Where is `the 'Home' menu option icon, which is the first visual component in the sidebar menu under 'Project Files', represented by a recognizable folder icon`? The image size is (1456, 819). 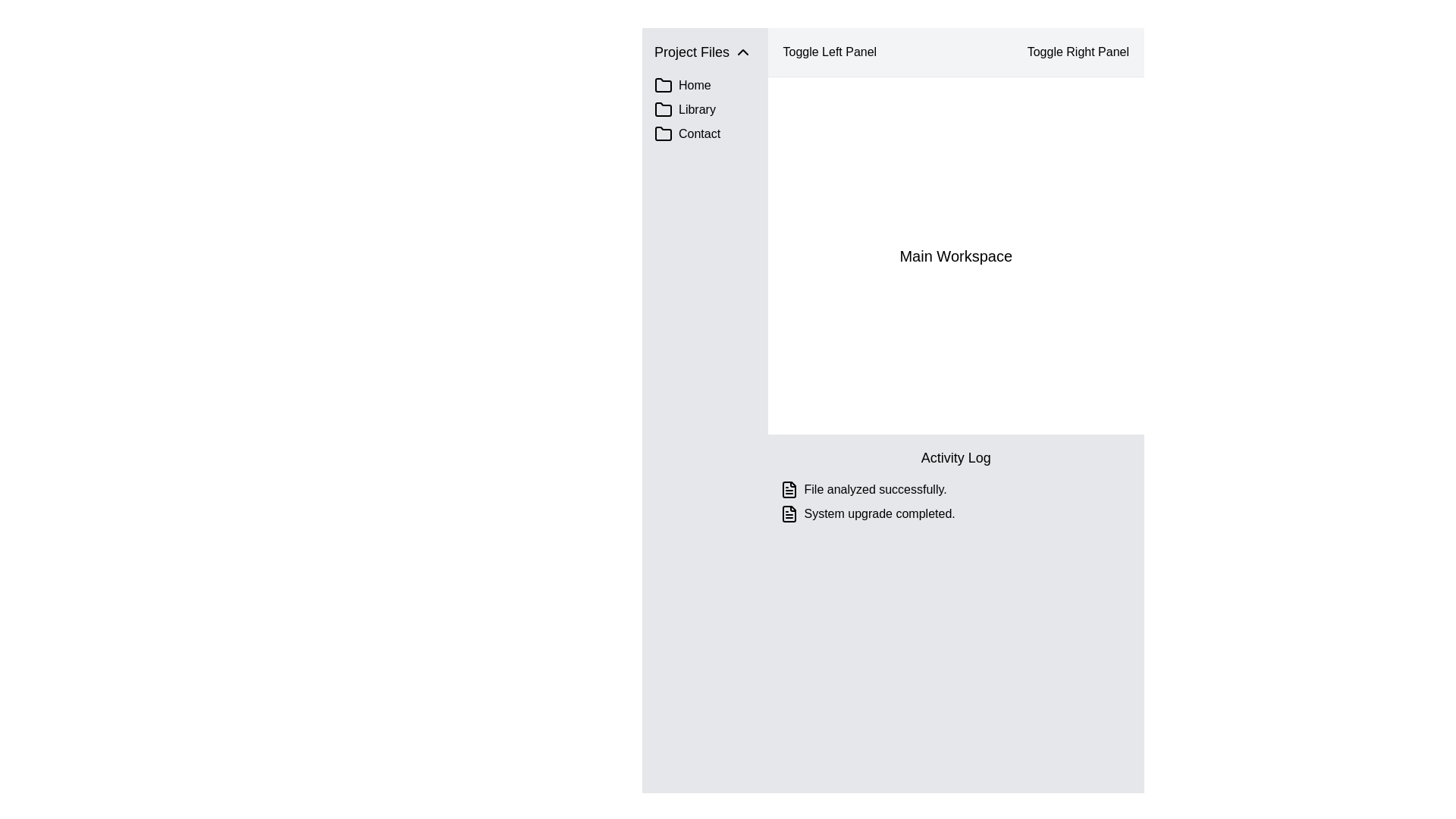
the 'Home' menu option icon, which is the first visual component in the sidebar menu under 'Project Files', represented by a recognizable folder icon is located at coordinates (663, 85).